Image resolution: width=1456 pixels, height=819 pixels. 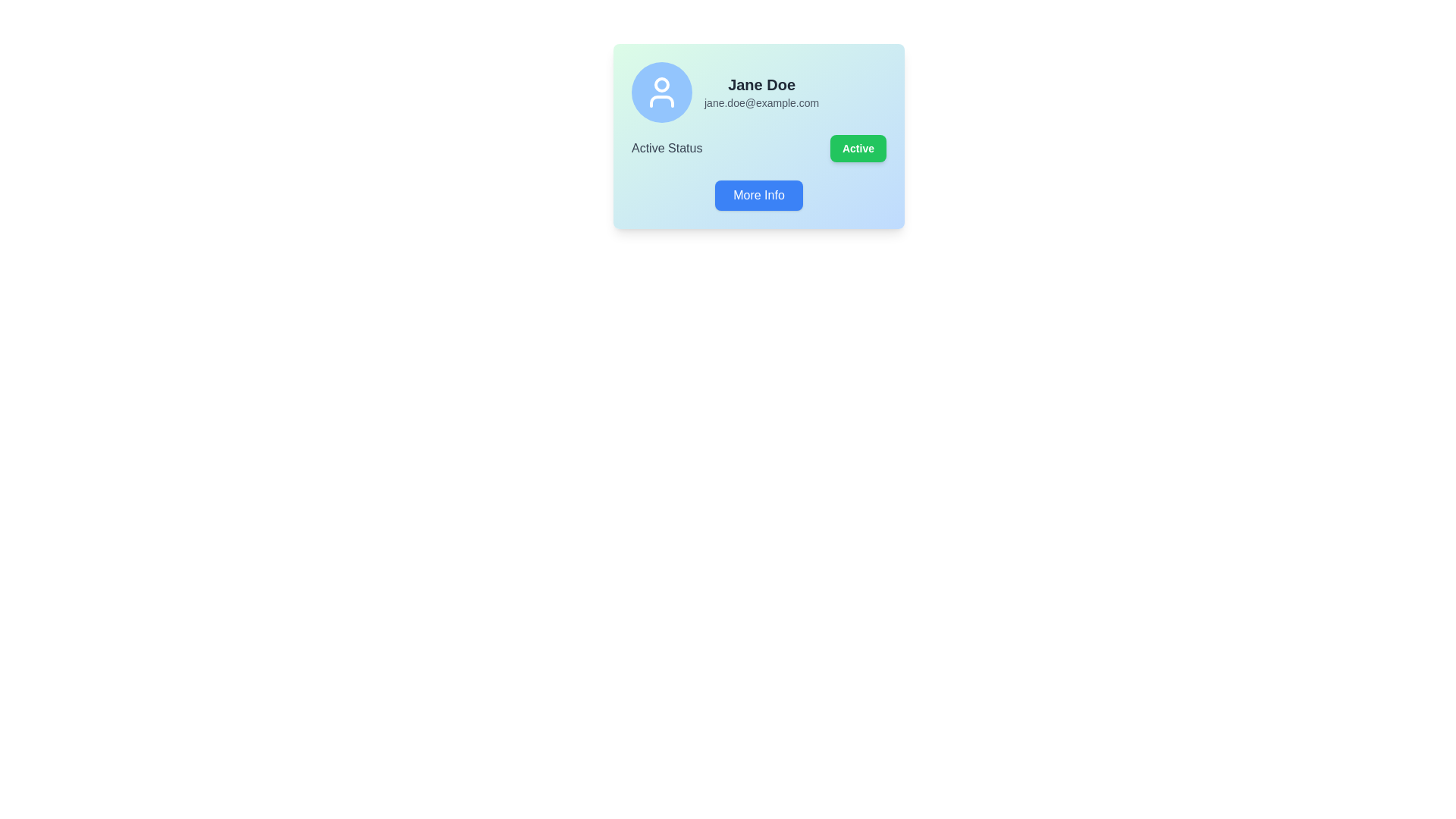 I want to click on the text label displaying 'jane.doe@example.com', which is a small gray sans-serif font located directly below the bold user name 'Jane Doe', so click(x=761, y=102).